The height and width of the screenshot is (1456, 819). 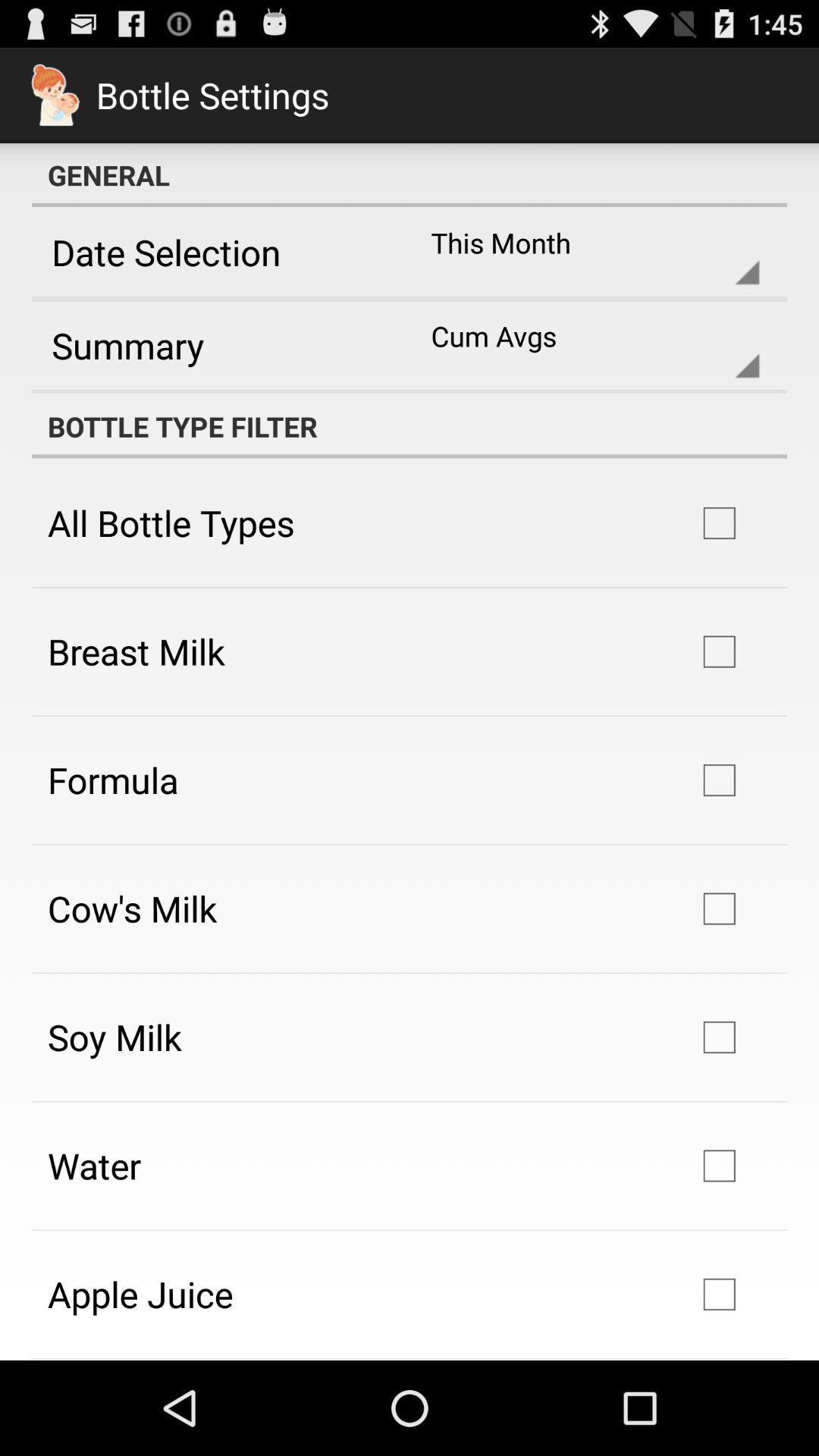 I want to click on app below general item, so click(x=215, y=252).